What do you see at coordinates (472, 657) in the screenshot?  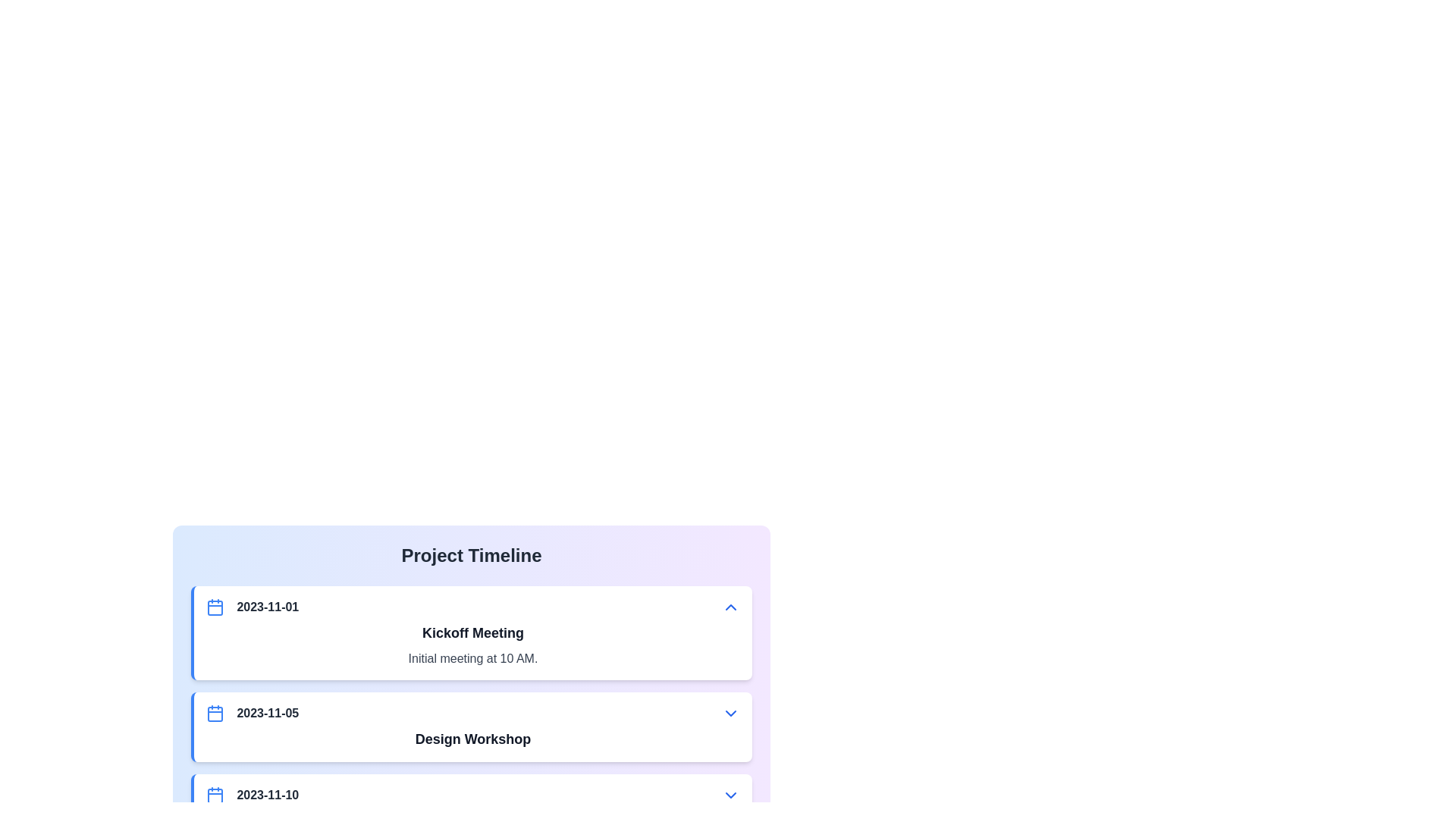 I see `the details of the expanded event 'Kickoff Meeting'` at bounding box center [472, 657].